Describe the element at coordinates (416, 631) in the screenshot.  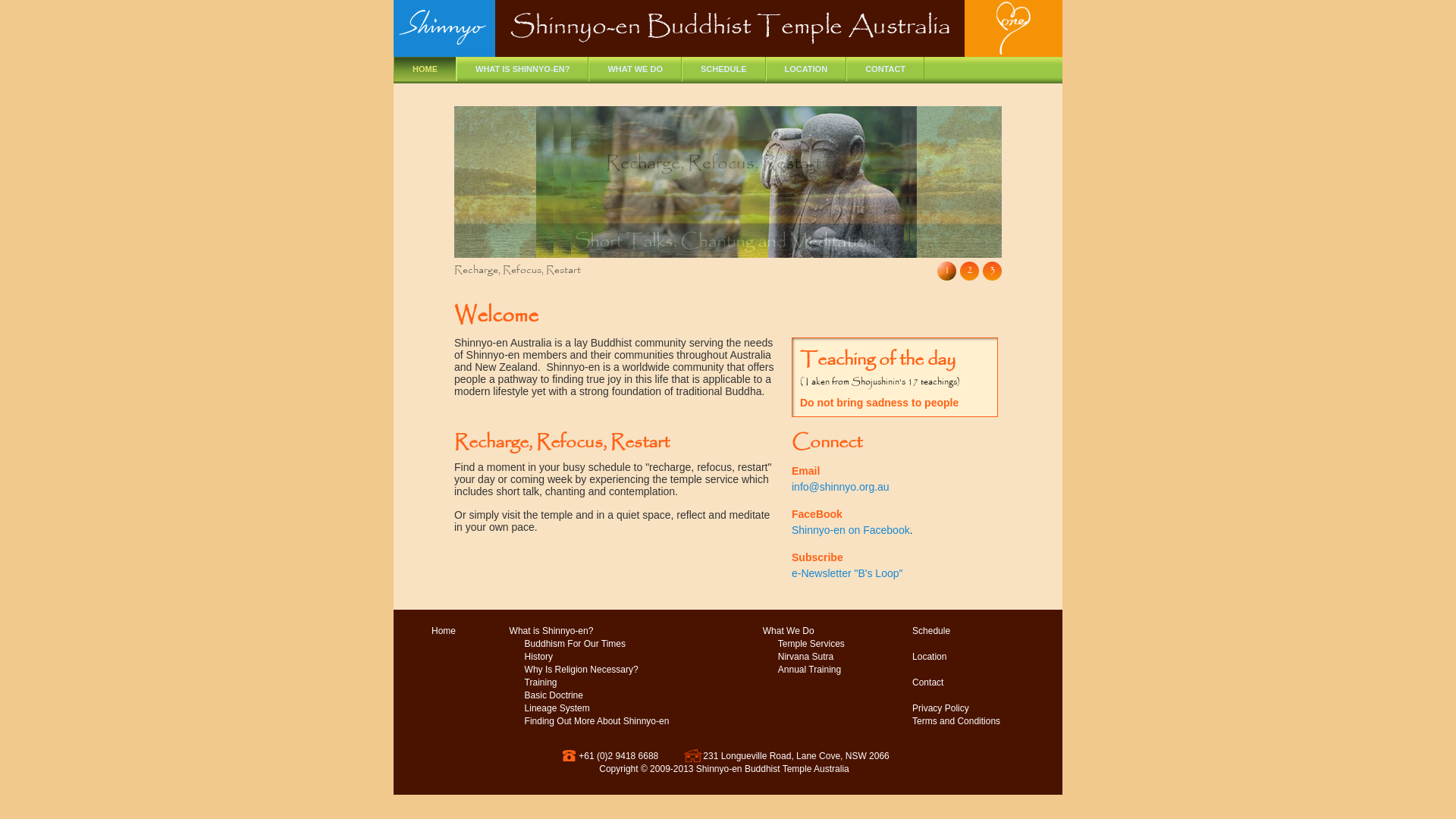
I see `'Home'` at that location.